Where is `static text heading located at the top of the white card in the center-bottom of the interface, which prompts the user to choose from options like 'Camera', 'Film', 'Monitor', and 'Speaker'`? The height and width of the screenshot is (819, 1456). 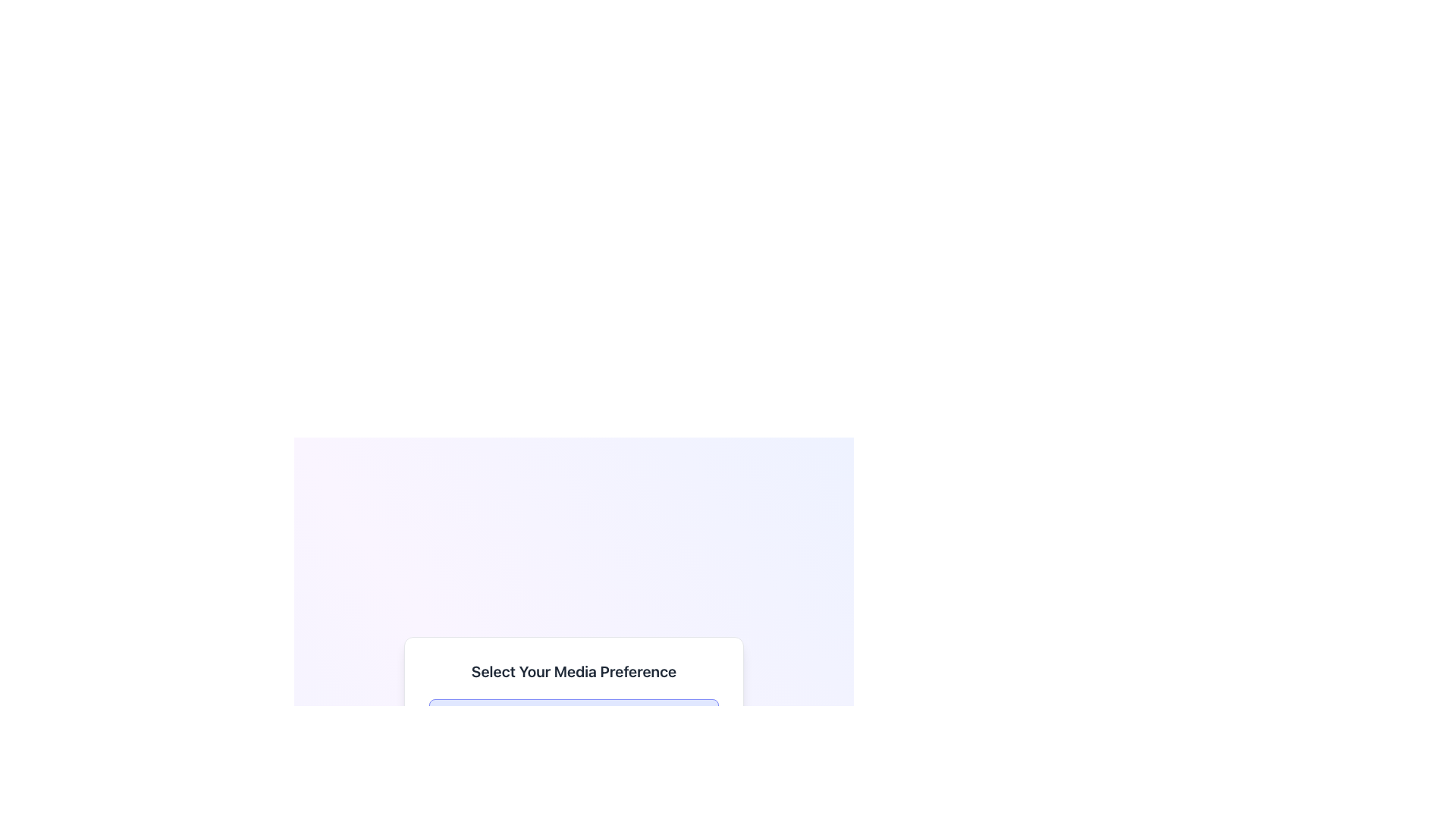 static text heading located at the top of the white card in the center-bottom of the interface, which prompts the user to choose from options like 'Camera', 'Film', 'Monitor', and 'Speaker' is located at coordinates (573, 670).